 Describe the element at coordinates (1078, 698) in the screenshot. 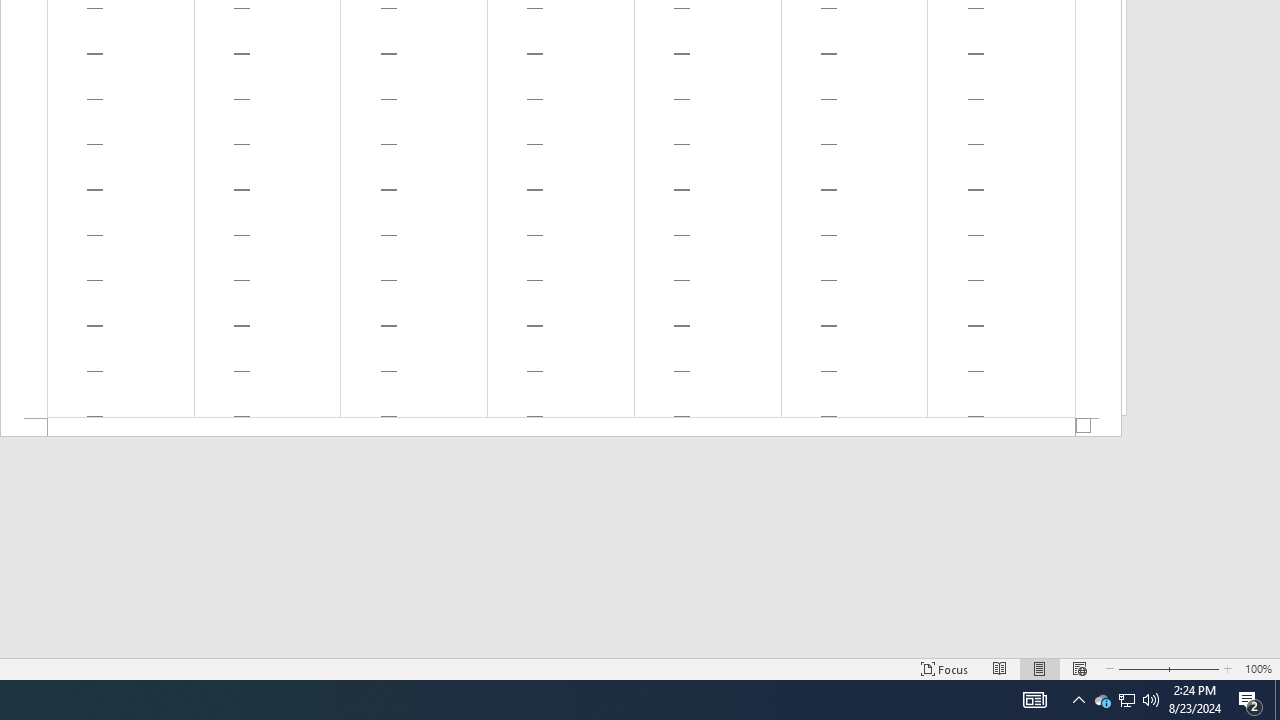

I see `'User Promoted Notification Area'` at that location.